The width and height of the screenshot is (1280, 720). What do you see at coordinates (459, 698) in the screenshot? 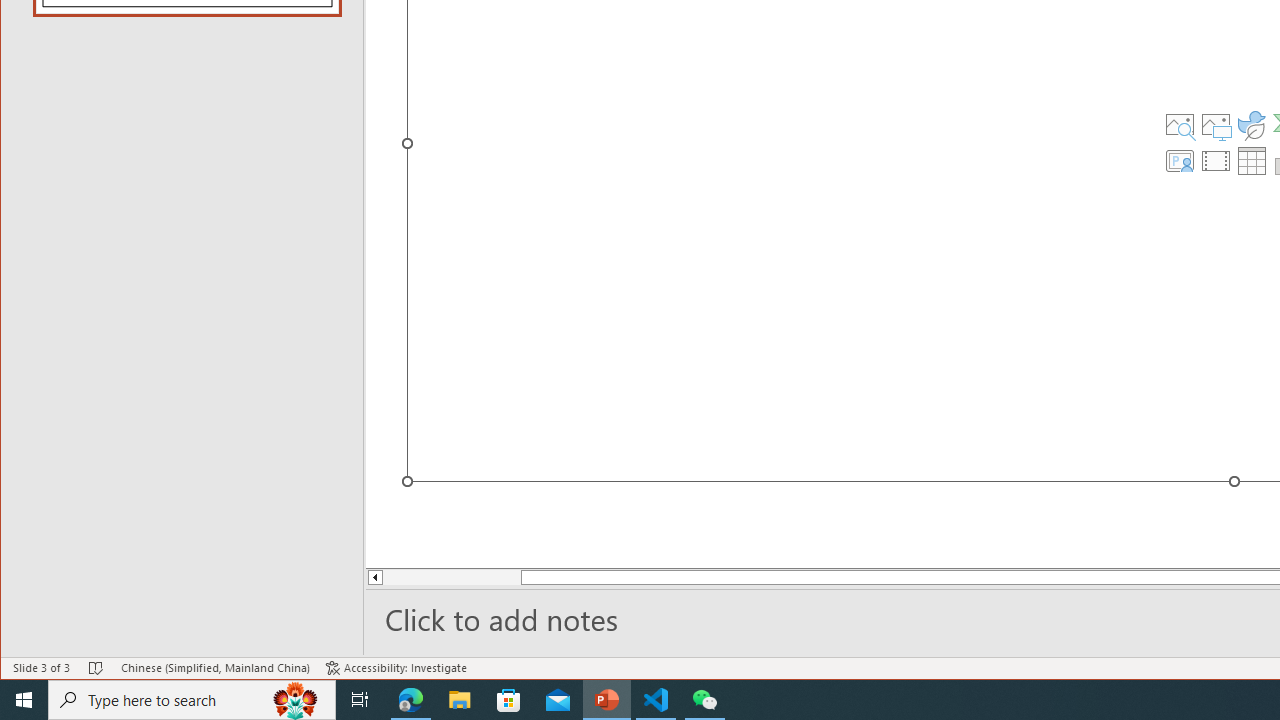
I see `'File Explorer'` at bounding box center [459, 698].